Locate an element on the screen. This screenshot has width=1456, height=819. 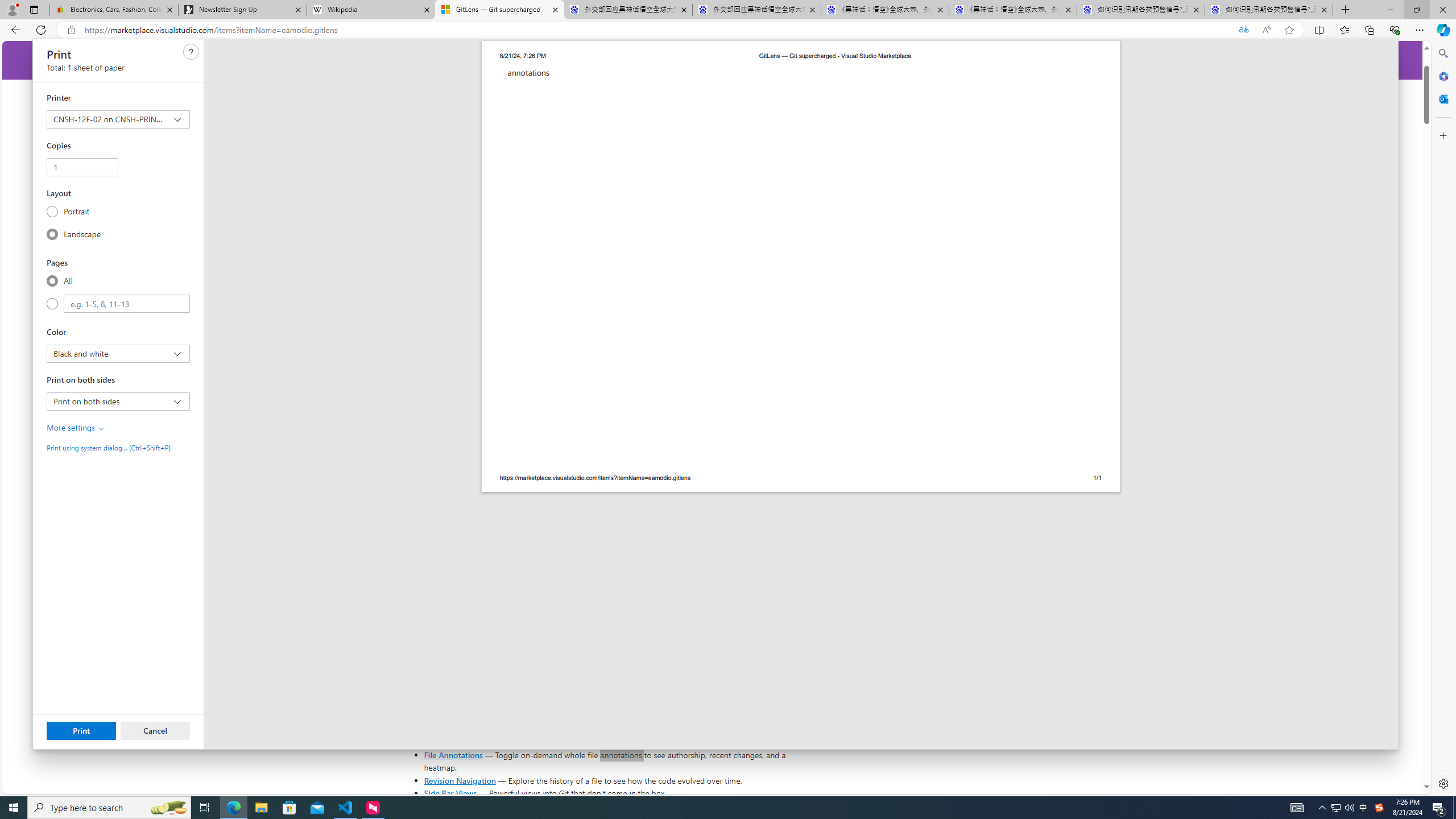
'Class: c0129' is located at coordinates (190, 52).